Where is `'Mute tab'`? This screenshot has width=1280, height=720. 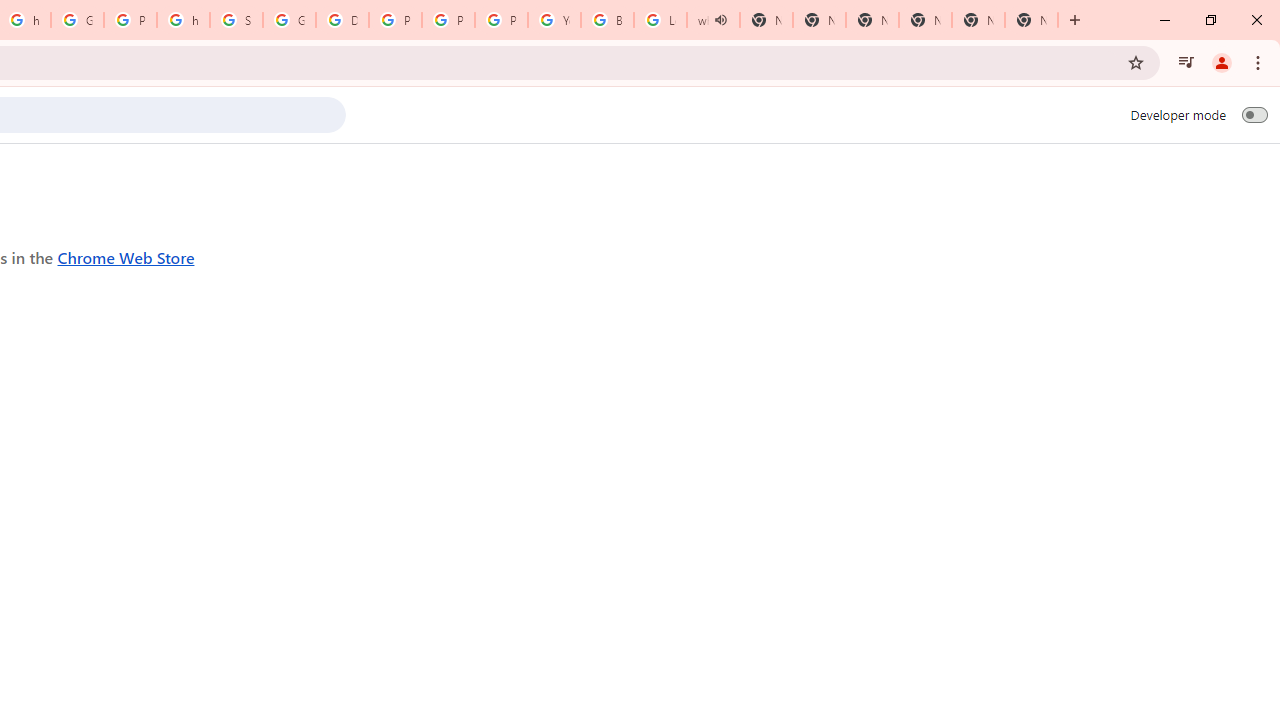
'Mute tab' is located at coordinates (720, 20).